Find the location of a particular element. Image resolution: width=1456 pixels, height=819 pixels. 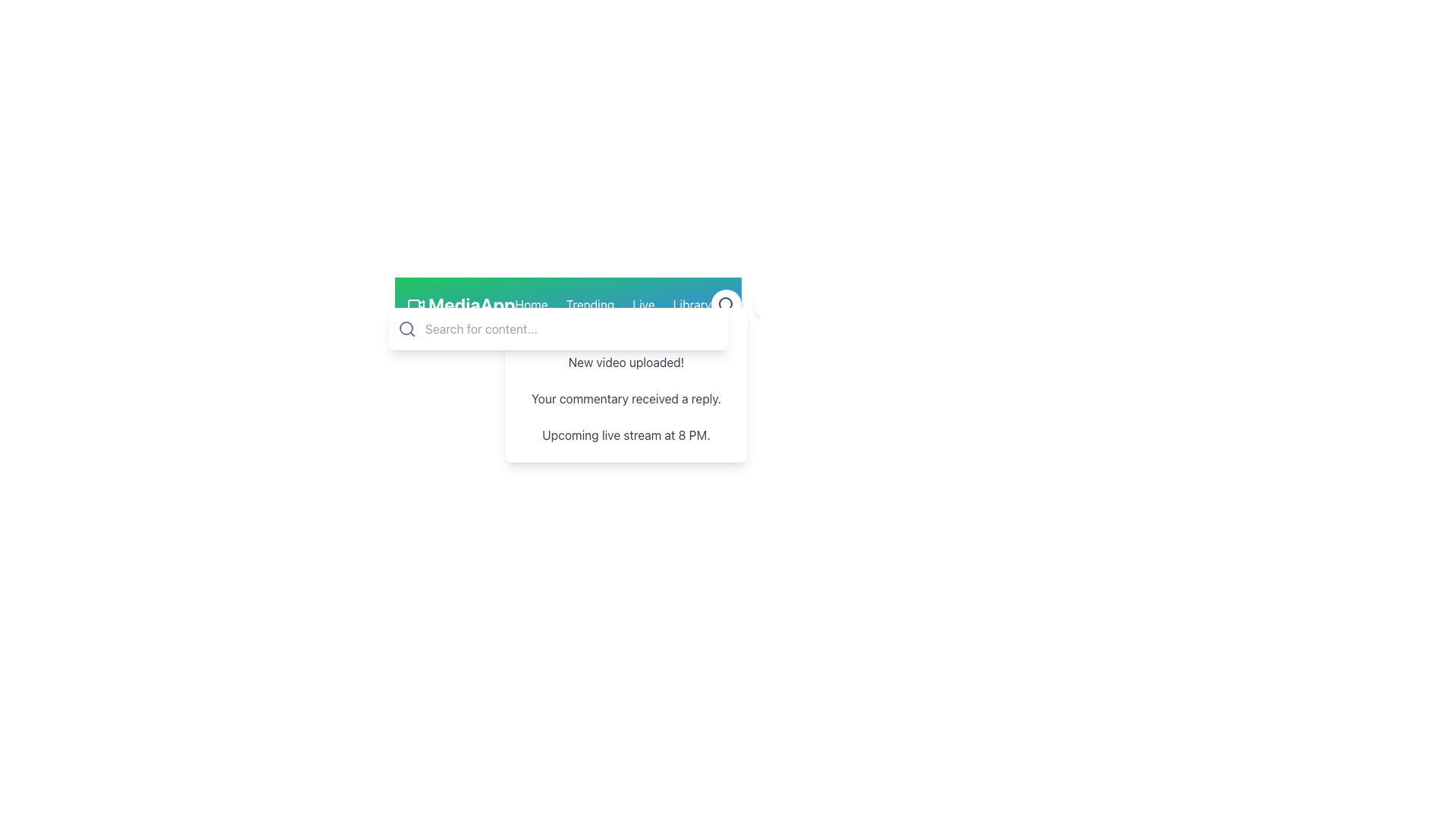

the 'Home' navigation link in the navigation bar is located at coordinates (532, 304).